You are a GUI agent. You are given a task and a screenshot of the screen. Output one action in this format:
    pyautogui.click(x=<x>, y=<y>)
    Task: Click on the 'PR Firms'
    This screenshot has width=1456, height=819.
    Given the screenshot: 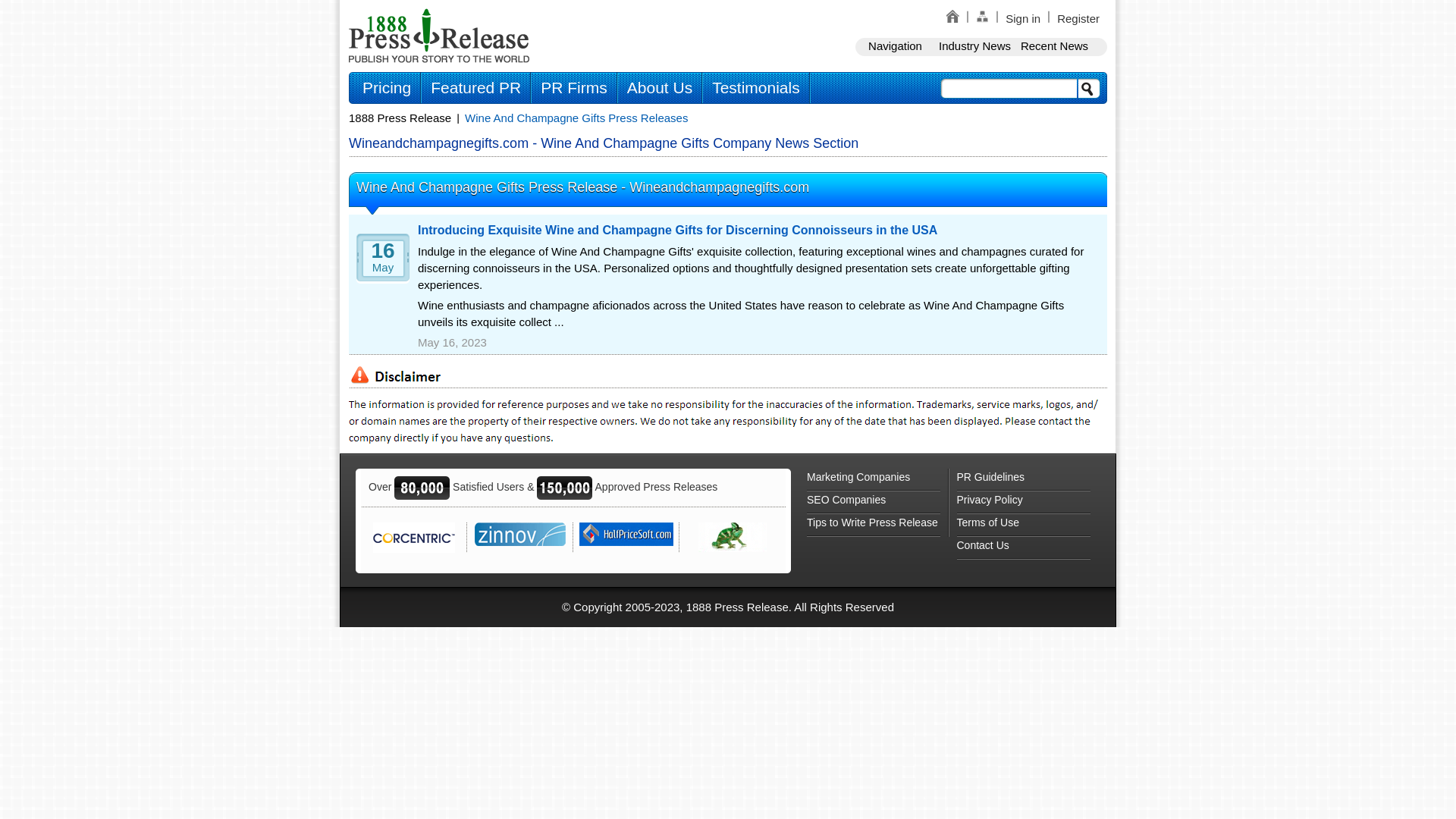 What is the action you would take?
    pyautogui.click(x=573, y=87)
    